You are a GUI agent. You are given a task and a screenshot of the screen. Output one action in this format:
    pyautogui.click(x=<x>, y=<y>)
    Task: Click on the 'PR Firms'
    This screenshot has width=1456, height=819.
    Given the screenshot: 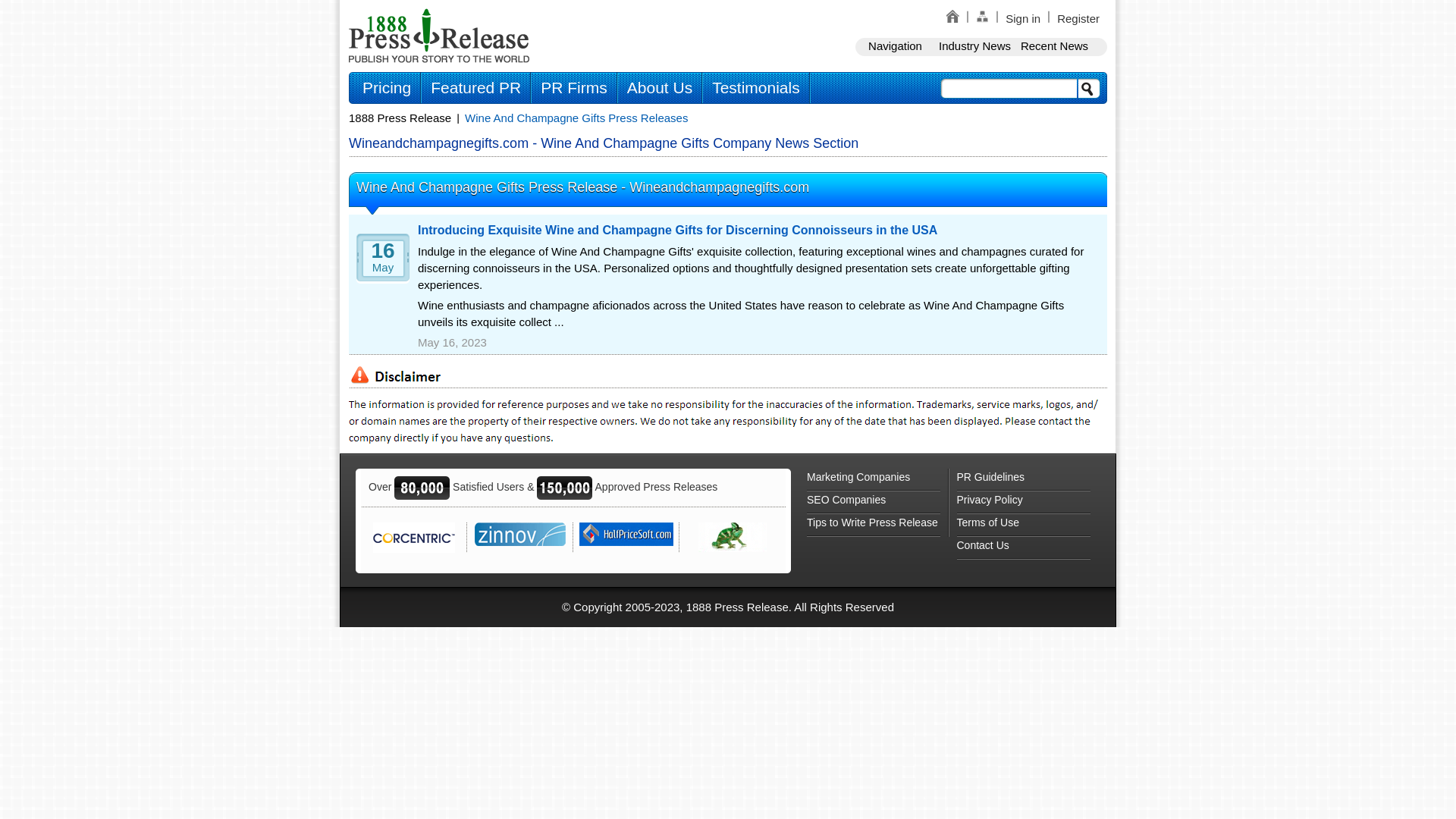 What is the action you would take?
    pyautogui.click(x=573, y=87)
    